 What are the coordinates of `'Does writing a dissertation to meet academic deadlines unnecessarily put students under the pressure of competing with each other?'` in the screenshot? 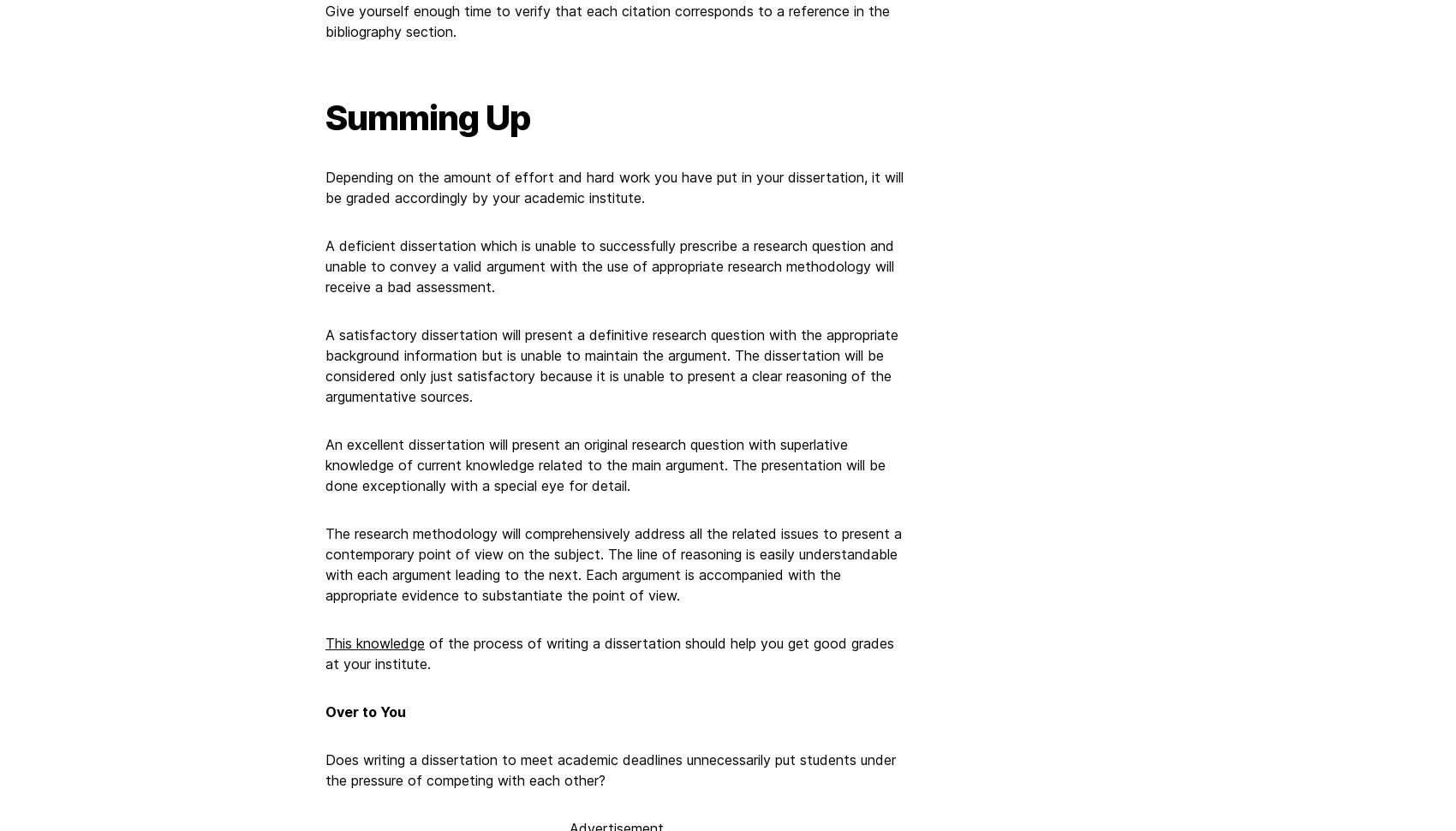 It's located at (610, 769).